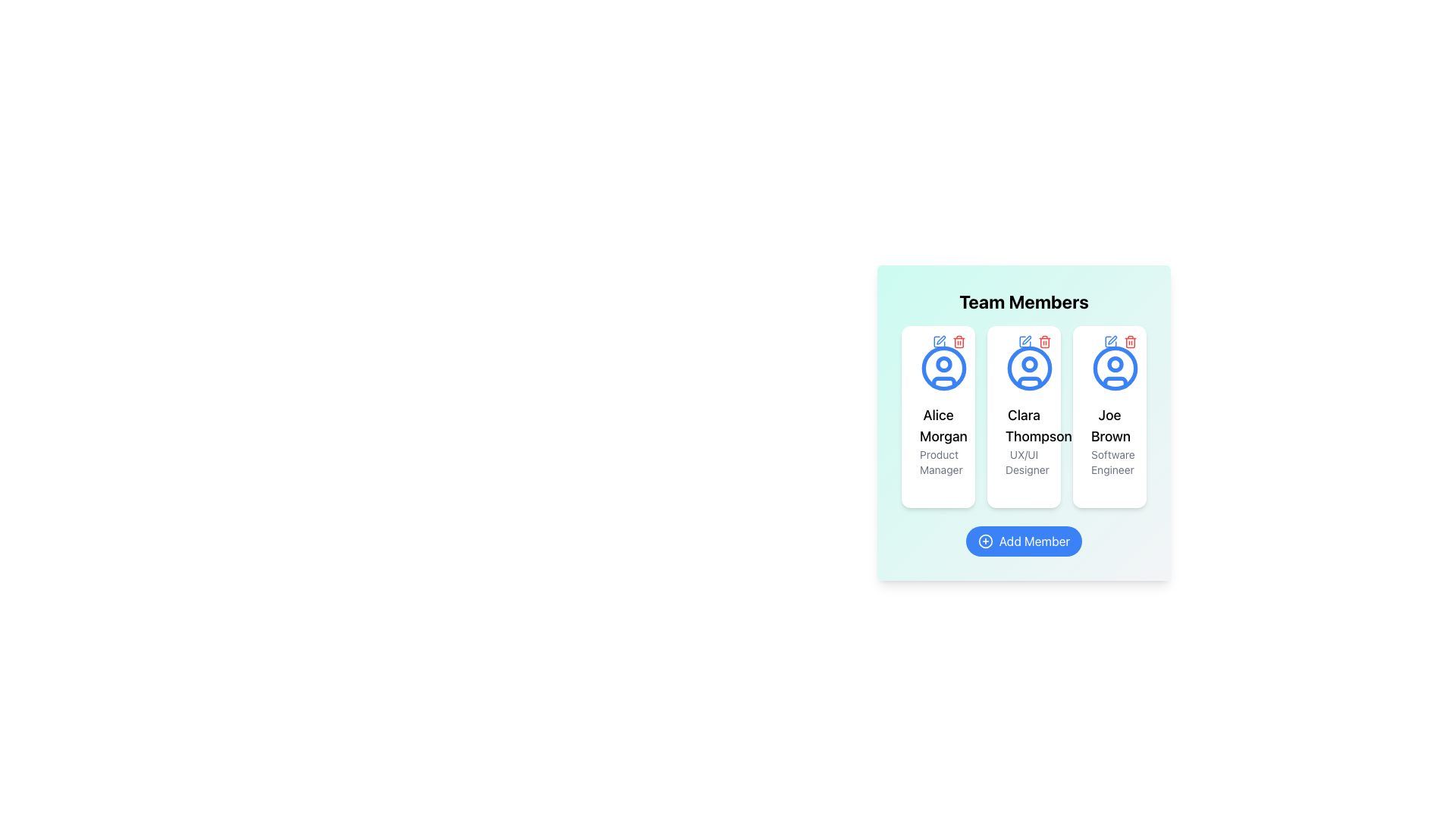 This screenshot has width=1456, height=819. What do you see at coordinates (1024, 423) in the screenshot?
I see `the second user profile card in the 'Team Members' section, which displays essential details like name and job title, located above the 'Add Member' button` at bounding box center [1024, 423].